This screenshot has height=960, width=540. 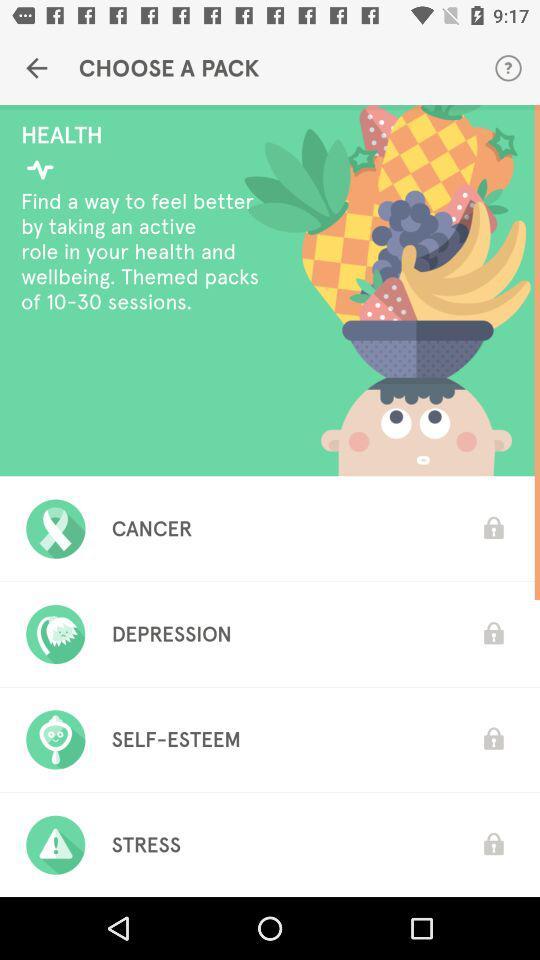 What do you see at coordinates (151, 527) in the screenshot?
I see `cancer icon` at bounding box center [151, 527].